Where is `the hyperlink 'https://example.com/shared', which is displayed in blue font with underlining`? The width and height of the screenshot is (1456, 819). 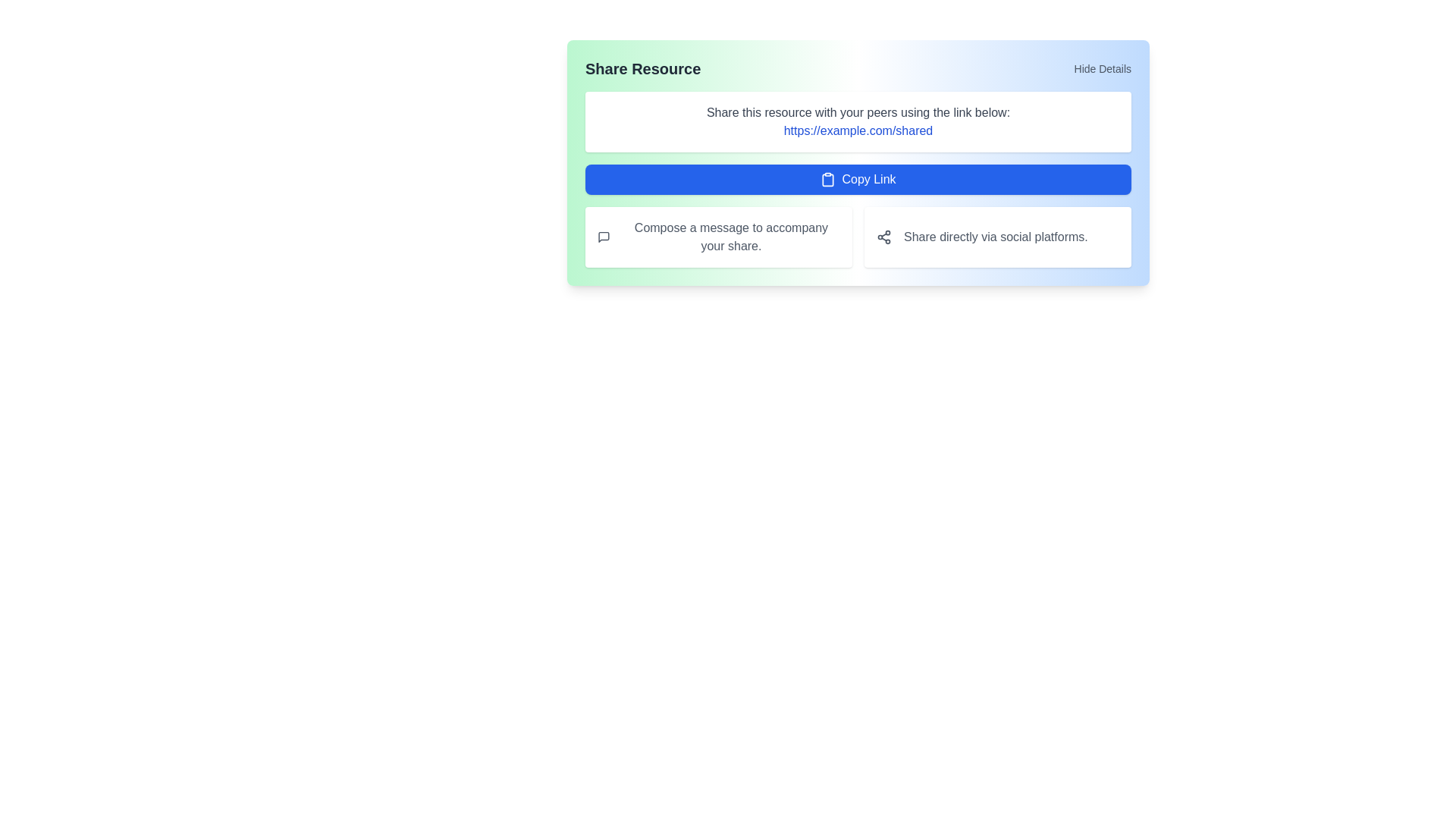
the hyperlink 'https://example.com/shared', which is displayed in blue font with underlining is located at coordinates (858, 130).